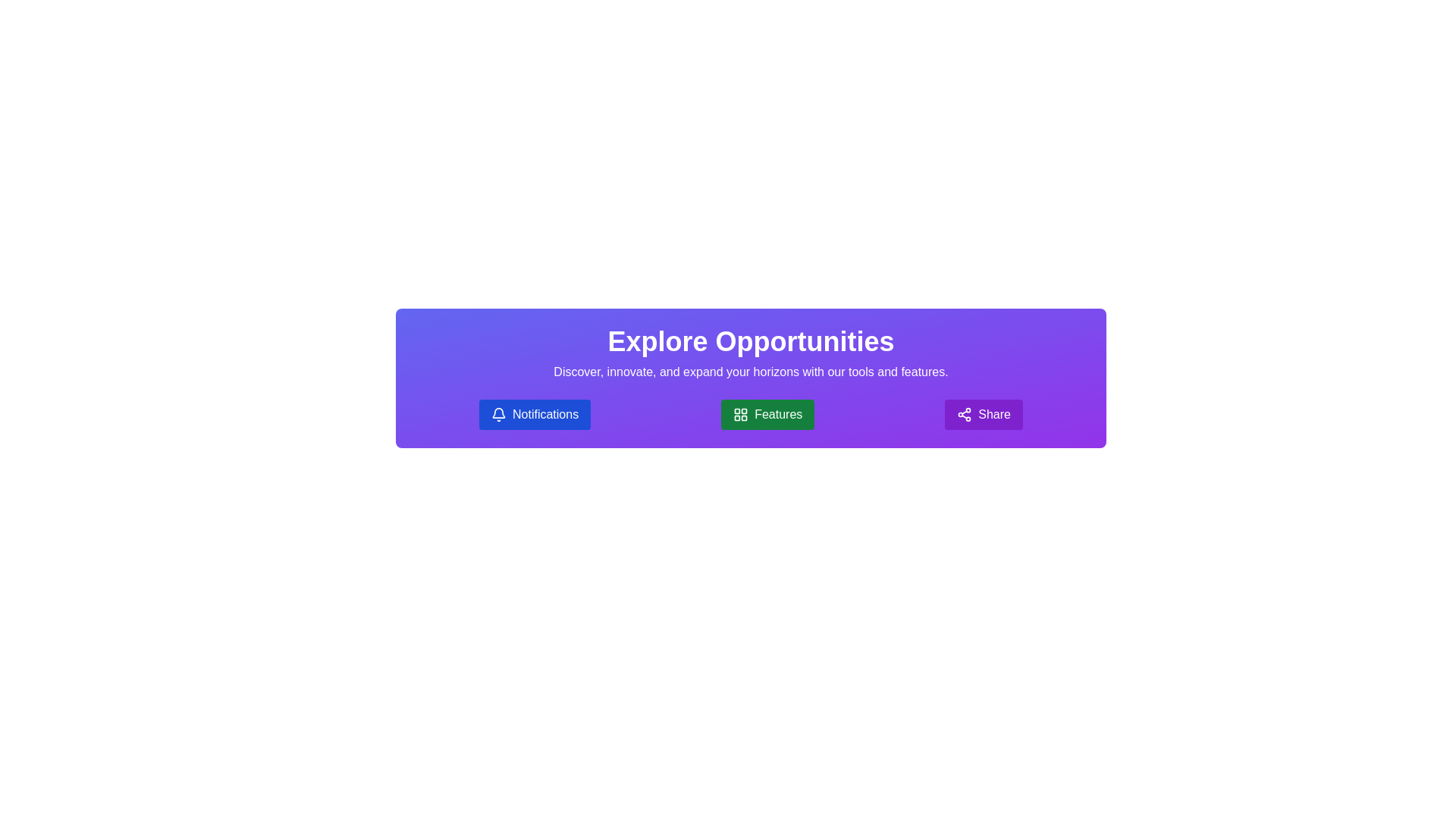 This screenshot has height=819, width=1456. What do you see at coordinates (741, 415) in the screenshot?
I see `SVG-based graphic icon located on the left side of the green 'Features' button, which helps users recognize the button's function related to features or options` at bounding box center [741, 415].